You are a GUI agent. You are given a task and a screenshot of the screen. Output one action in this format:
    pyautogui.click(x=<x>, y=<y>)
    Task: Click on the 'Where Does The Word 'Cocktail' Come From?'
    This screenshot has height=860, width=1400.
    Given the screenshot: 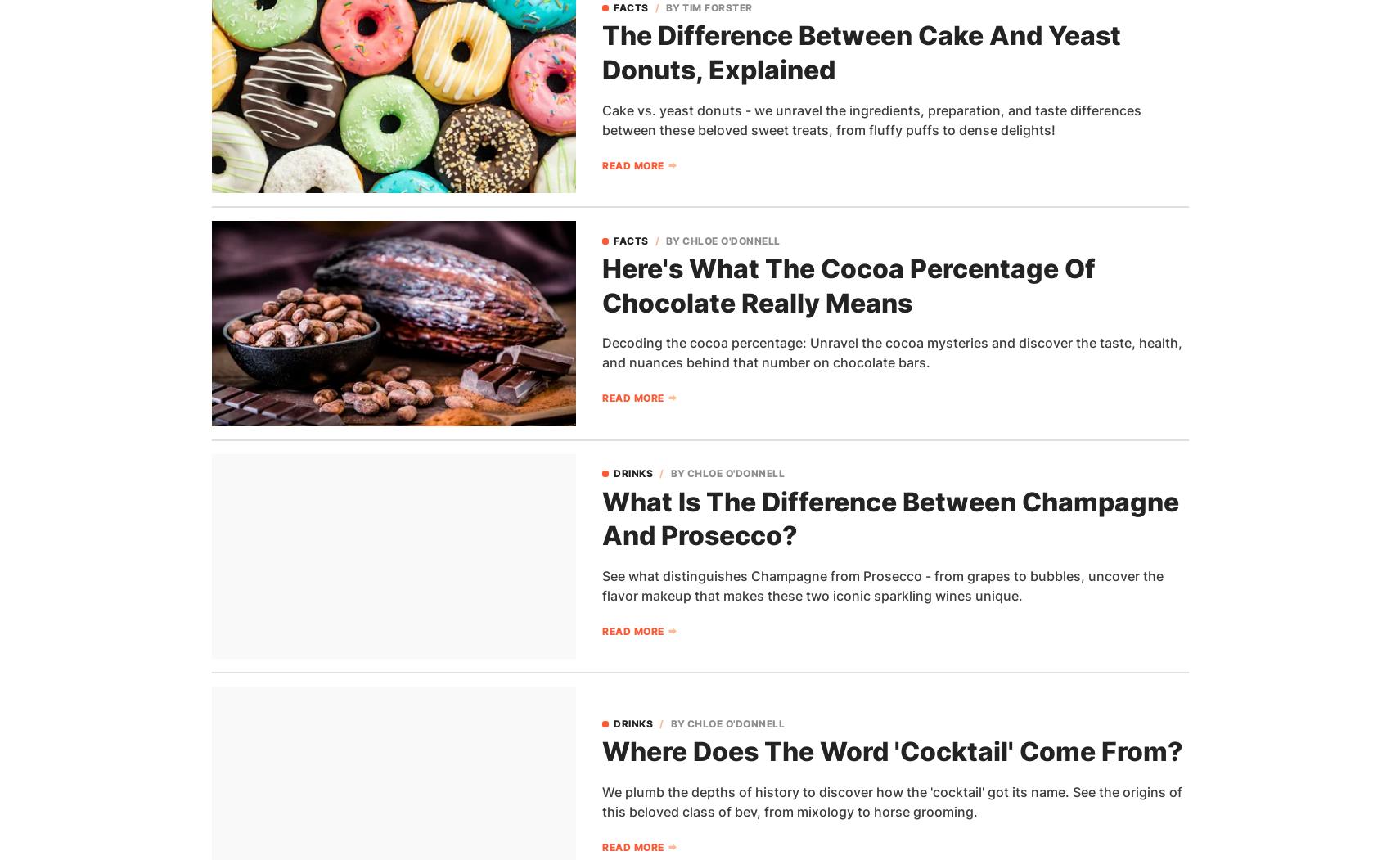 What is the action you would take?
    pyautogui.click(x=892, y=751)
    